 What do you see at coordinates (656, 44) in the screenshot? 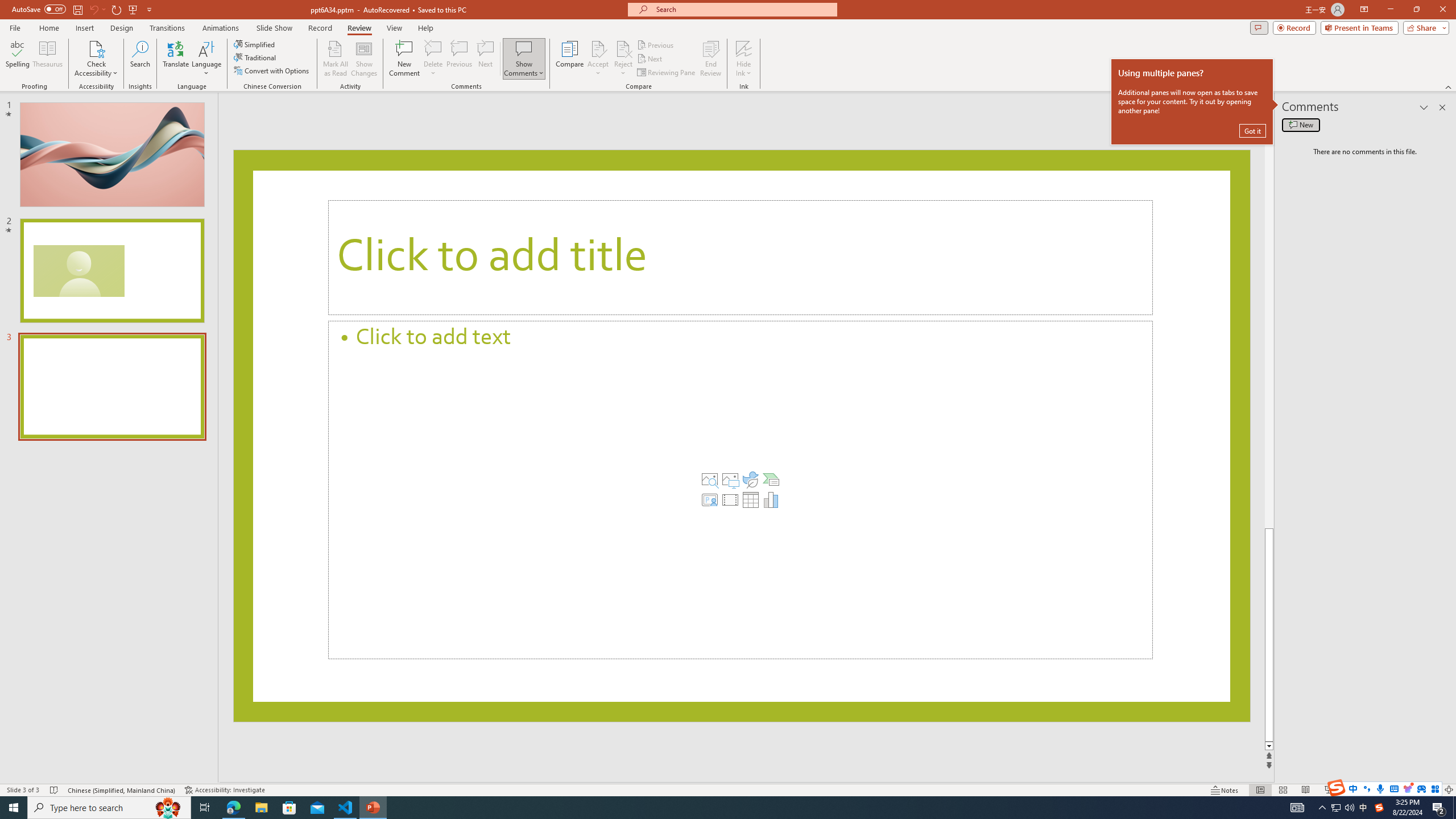
I see `'Previous'` at bounding box center [656, 44].